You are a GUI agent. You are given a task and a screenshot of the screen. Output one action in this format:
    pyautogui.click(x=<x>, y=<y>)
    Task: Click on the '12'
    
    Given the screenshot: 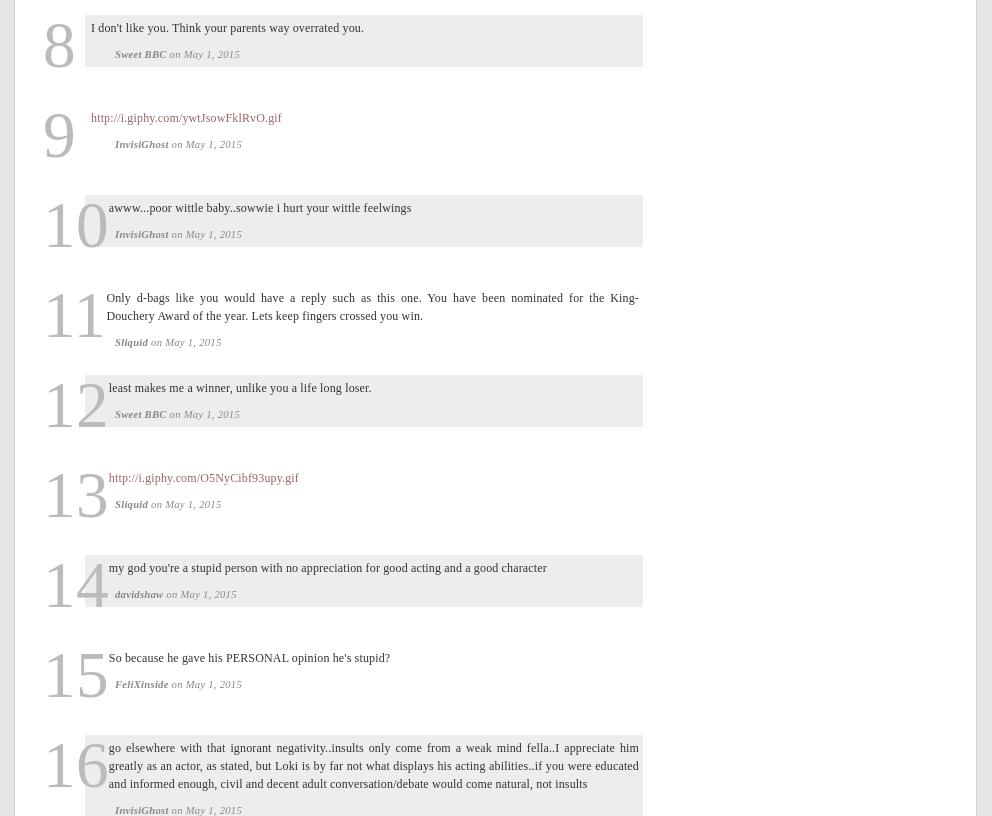 What is the action you would take?
    pyautogui.click(x=75, y=404)
    